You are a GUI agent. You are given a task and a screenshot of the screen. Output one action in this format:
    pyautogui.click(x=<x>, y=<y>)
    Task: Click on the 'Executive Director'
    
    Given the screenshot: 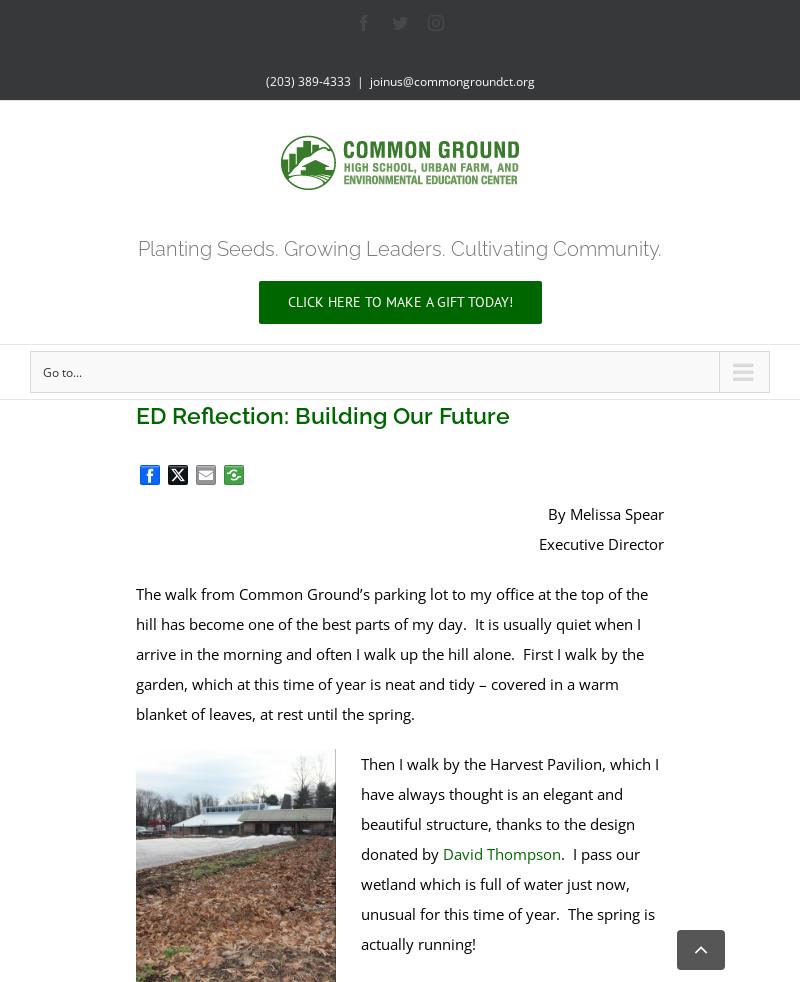 What is the action you would take?
    pyautogui.click(x=538, y=542)
    